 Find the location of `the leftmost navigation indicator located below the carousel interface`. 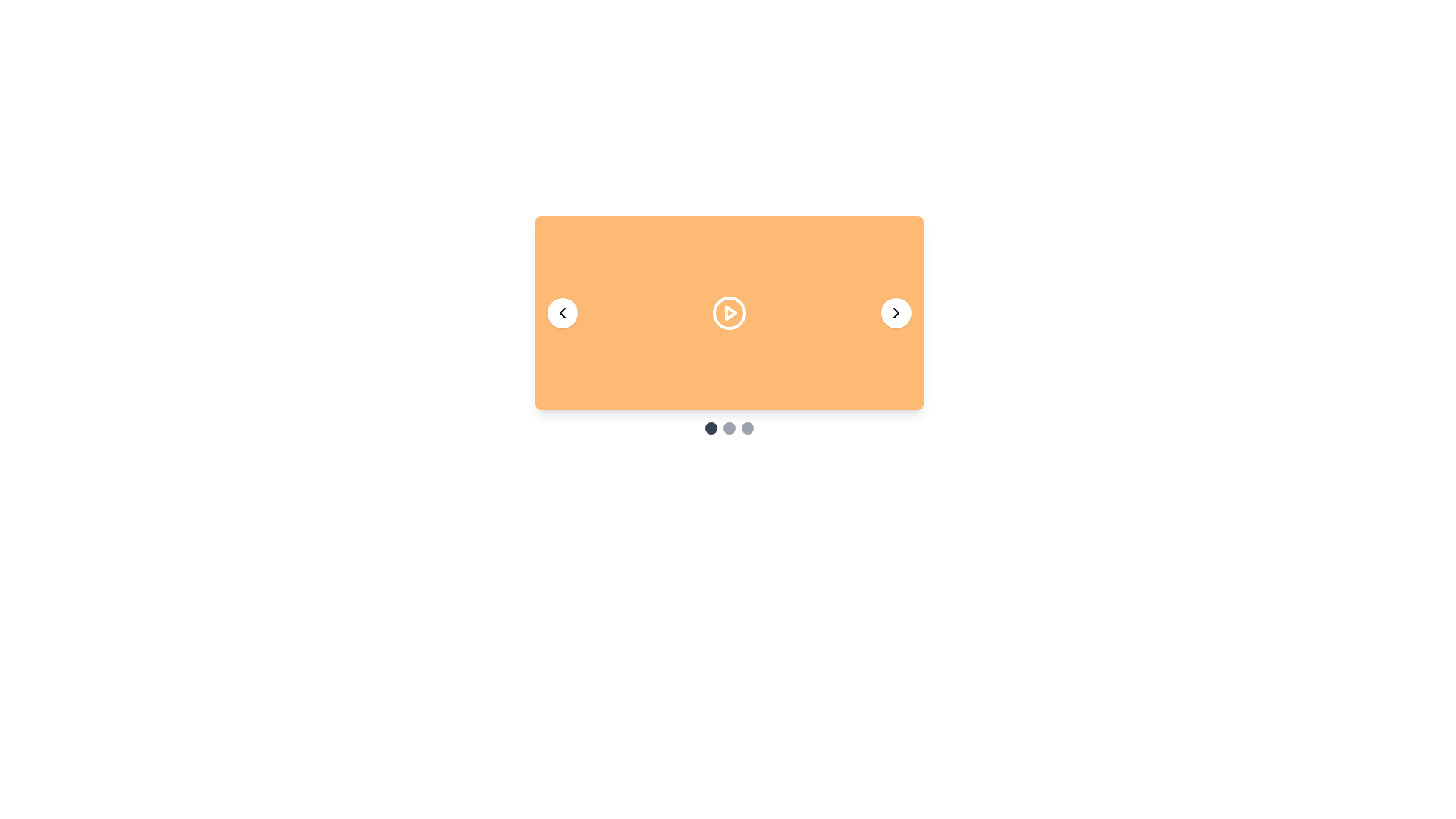

the leftmost navigation indicator located below the carousel interface is located at coordinates (710, 428).